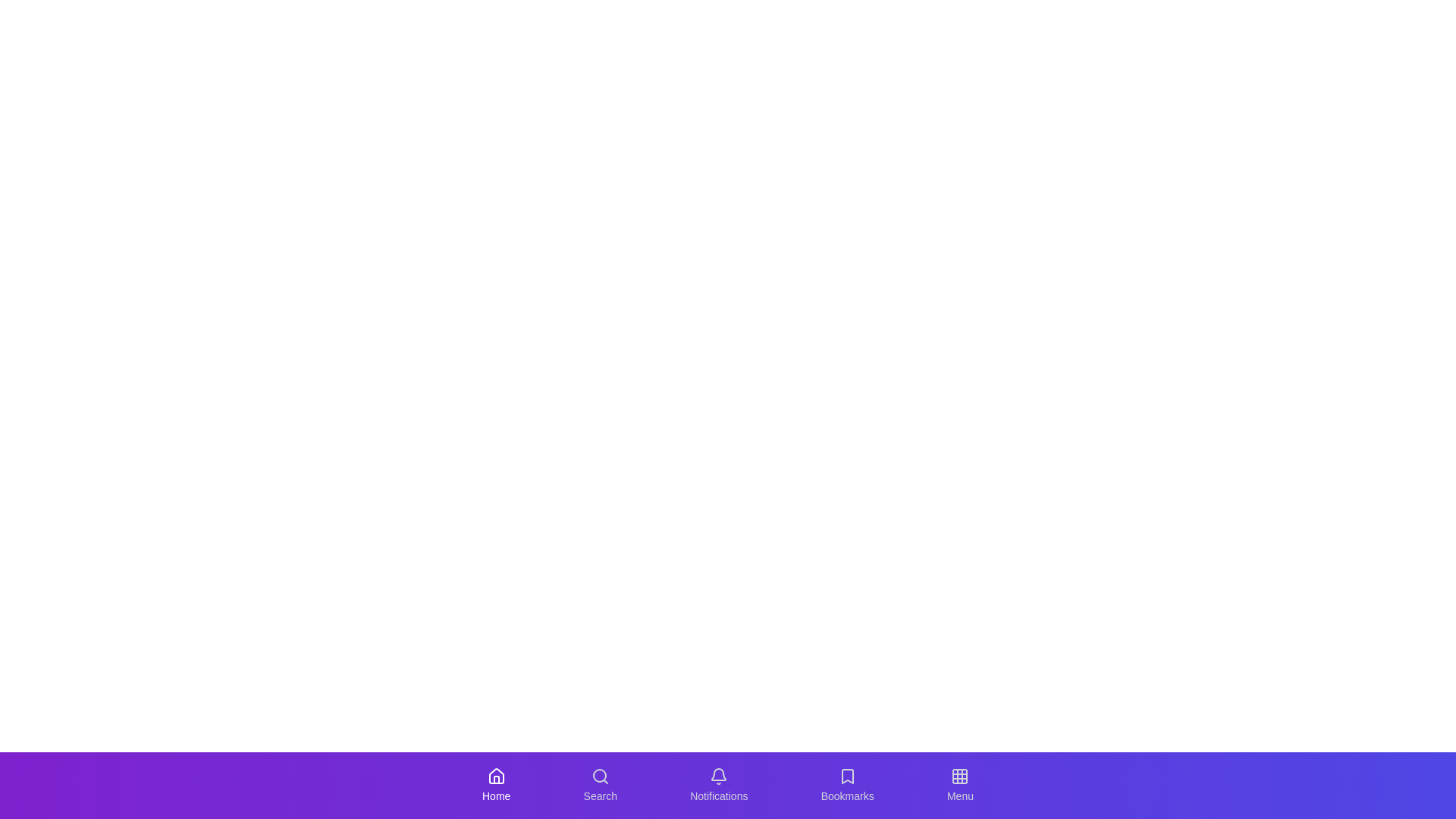 The height and width of the screenshot is (819, 1456). Describe the element at coordinates (718, 785) in the screenshot. I see `the Notifications tab in the navigation bar` at that location.